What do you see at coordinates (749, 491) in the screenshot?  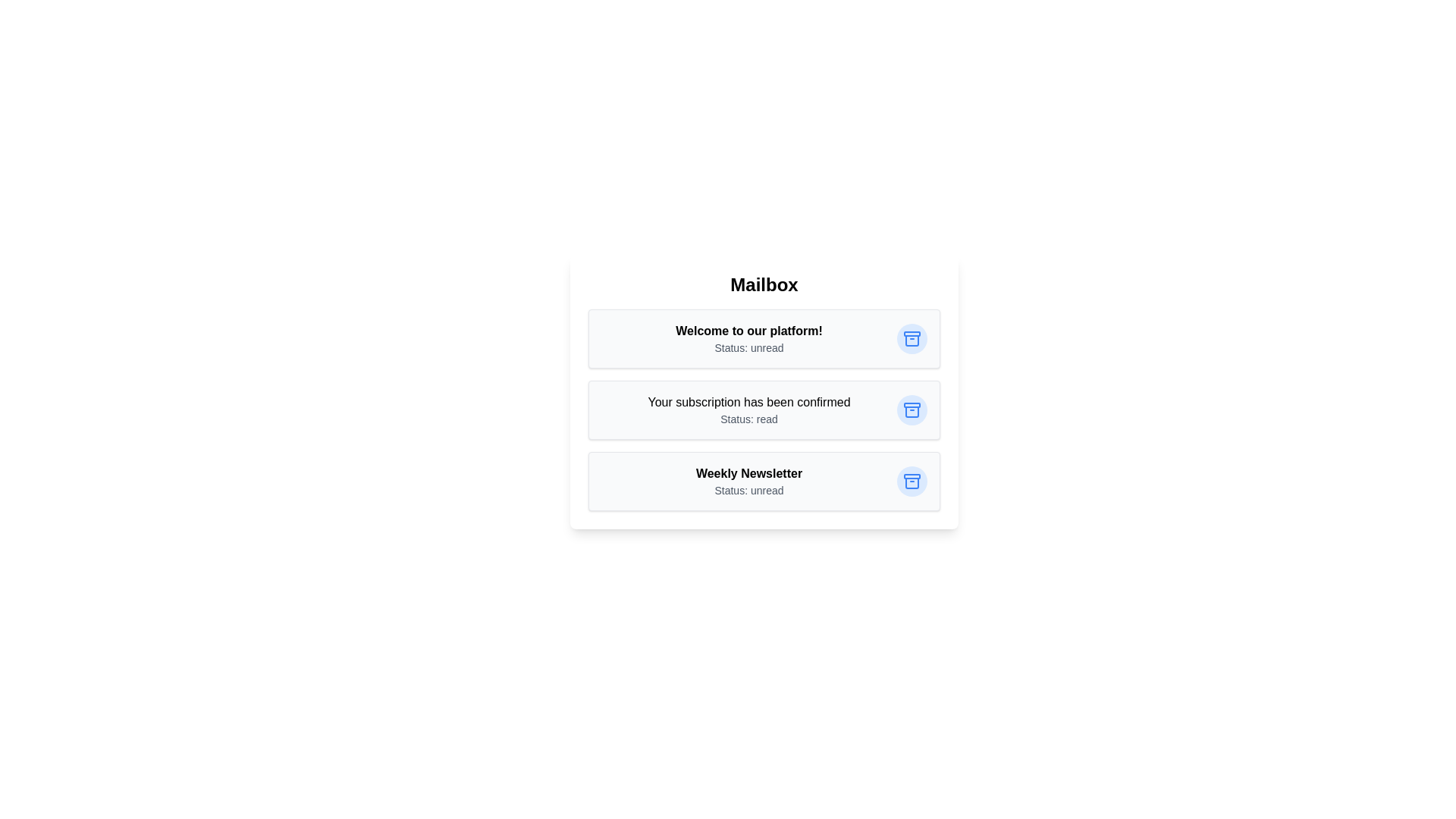 I see `the status text of the email with subject 'Weekly Newsletter'` at bounding box center [749, 491].